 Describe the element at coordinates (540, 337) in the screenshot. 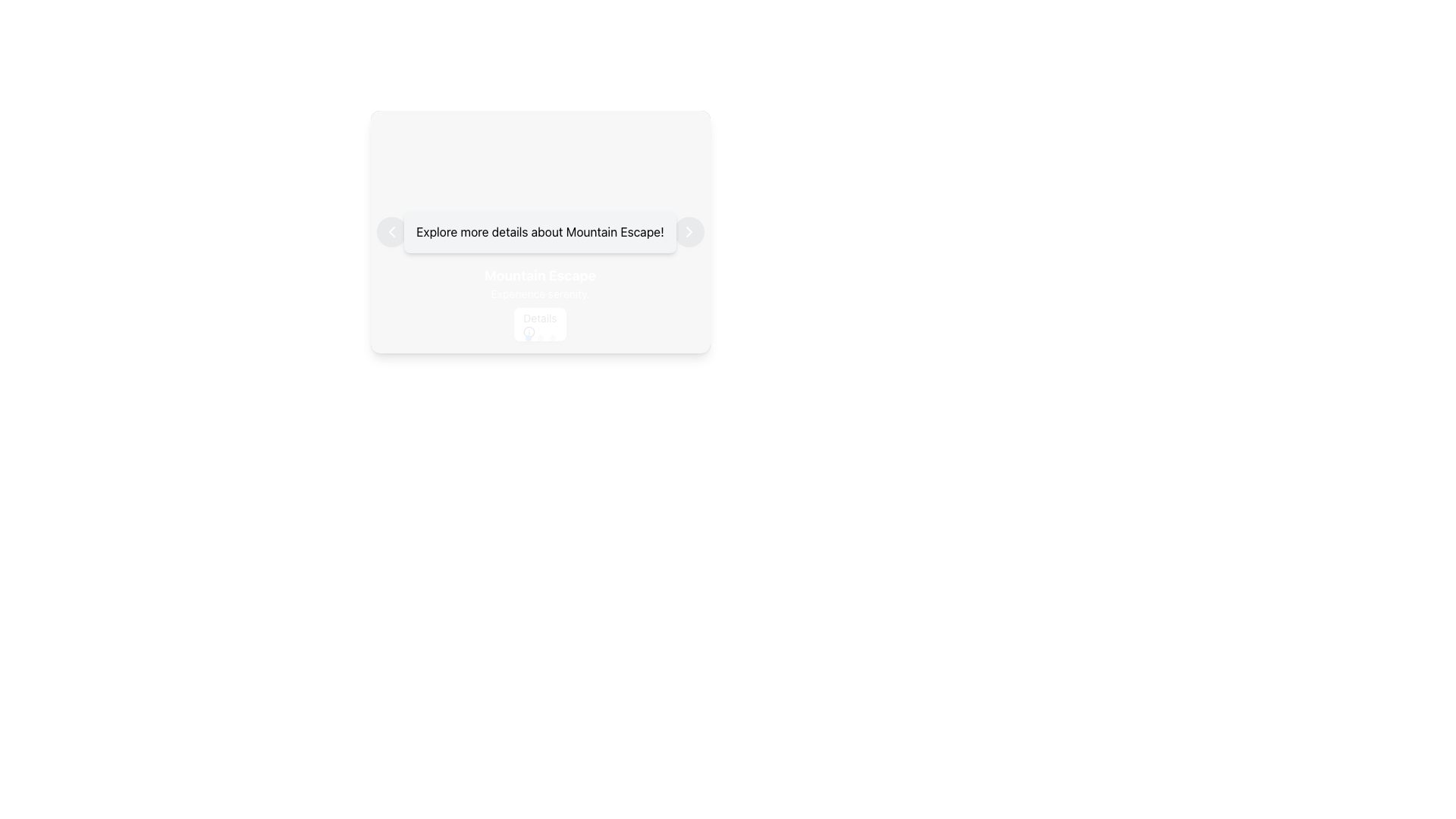

I see `the gray circle of the Pagination Indicator located at the bottom of the 'Mountain Escape' component` at that location.